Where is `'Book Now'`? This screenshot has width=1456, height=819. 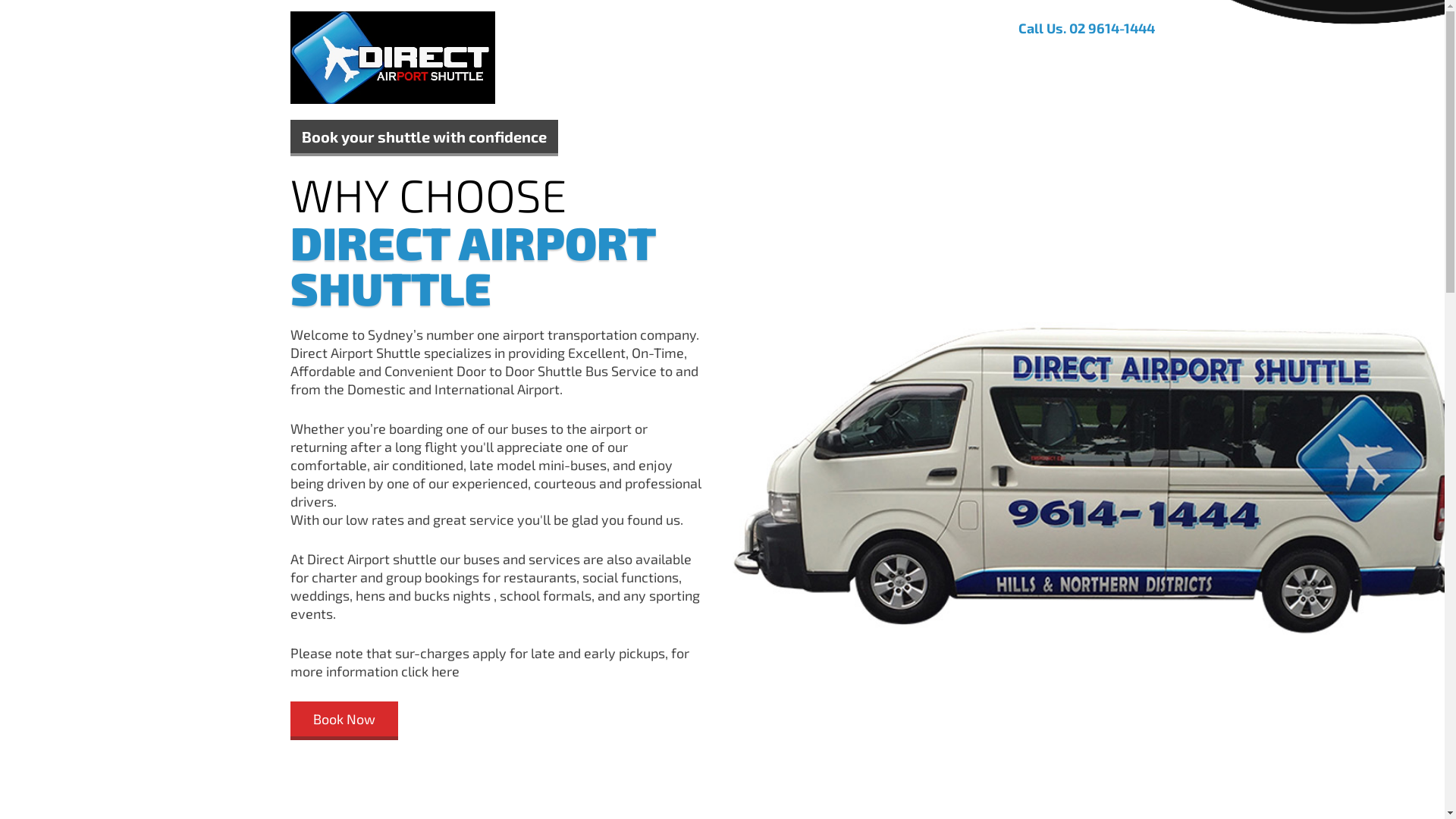 'Book Now' is located at coordinates (342, 720).